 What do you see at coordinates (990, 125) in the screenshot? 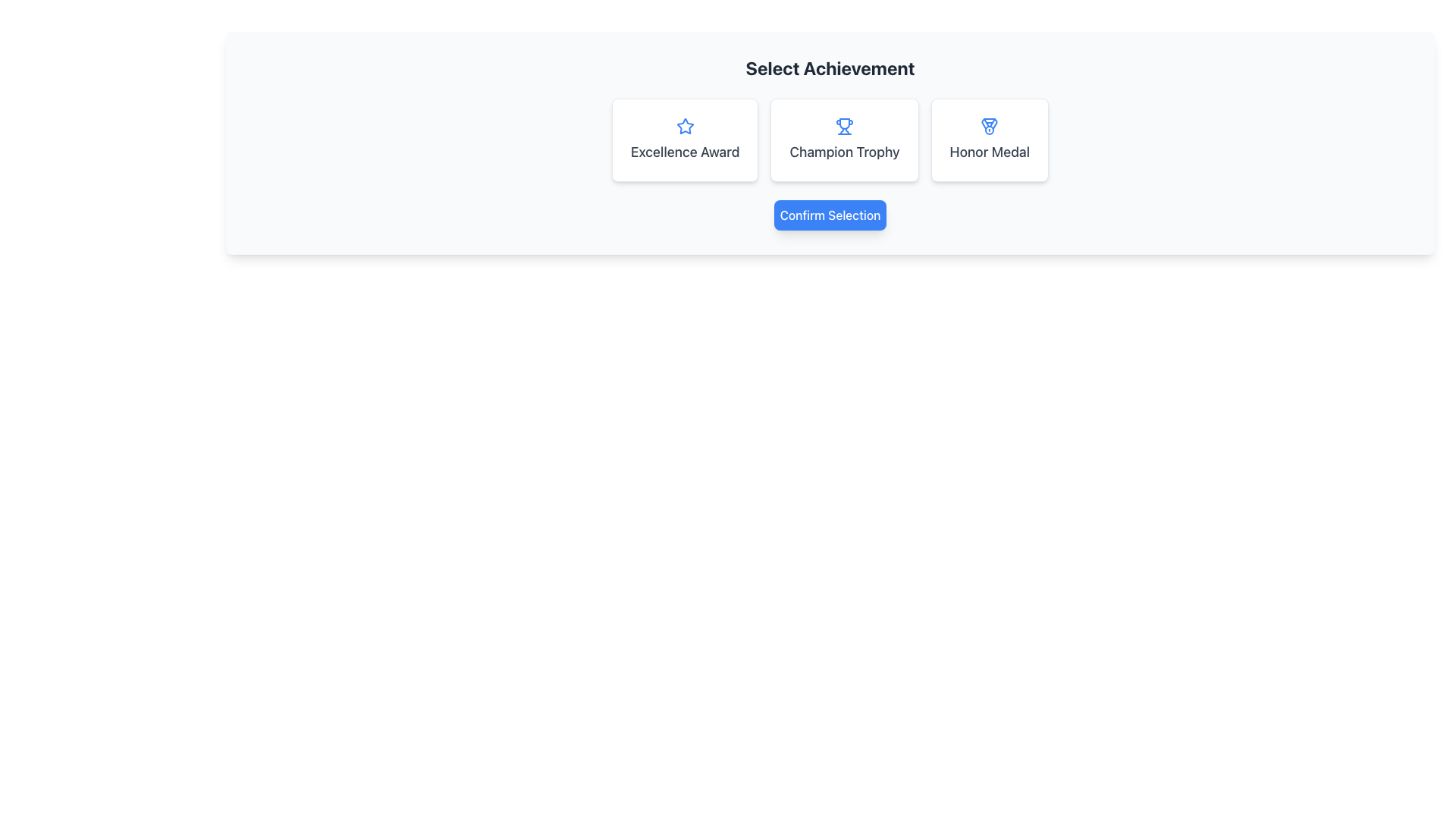
I see `the decorative medal icon representing the 'Honor Medal' in the achievement selection interface, which is the third option among three horizontally aligned options` at bounding box center [990, 125].